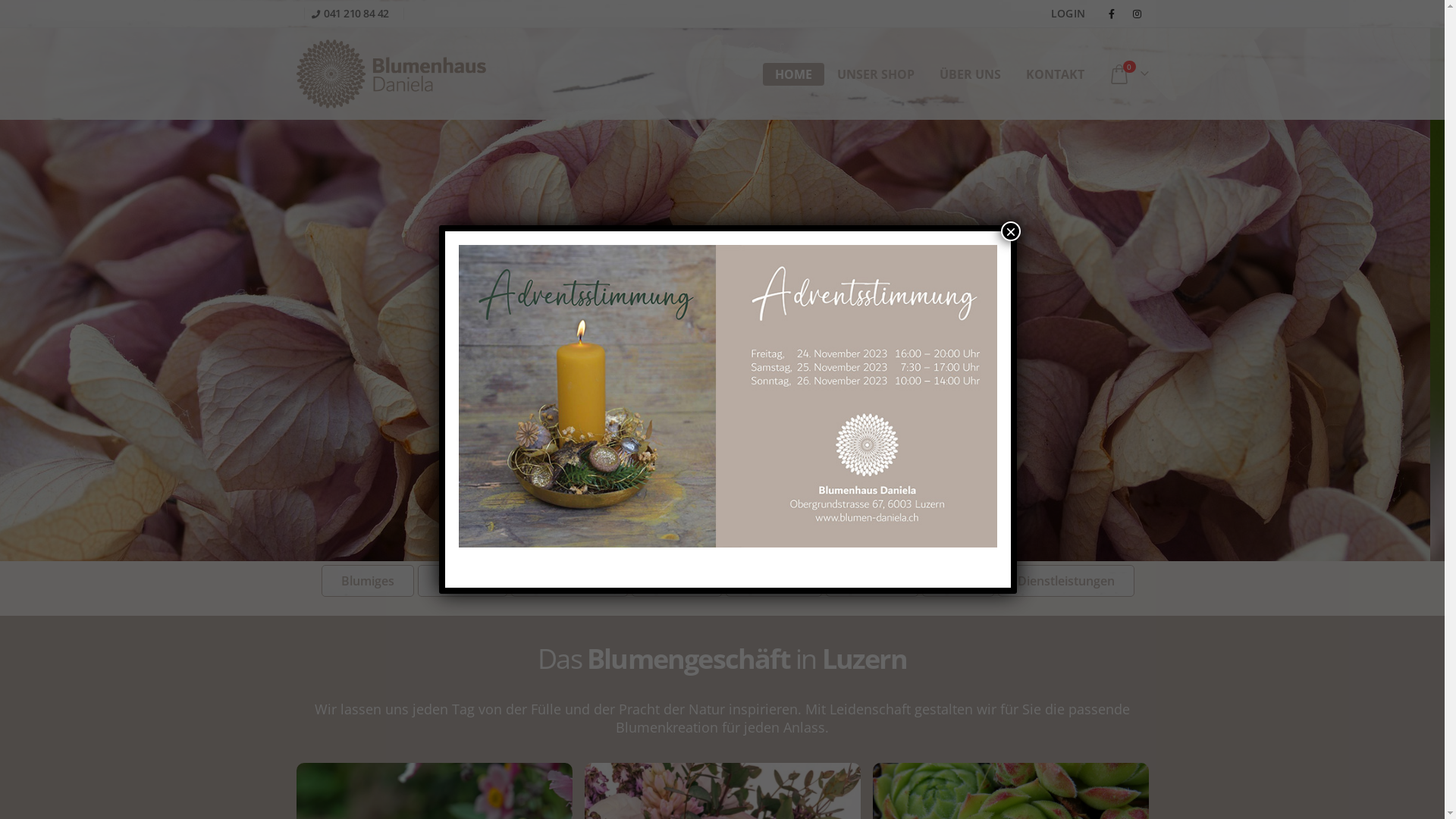  I want to click on 'KONTAKT', so click(1054, 74).